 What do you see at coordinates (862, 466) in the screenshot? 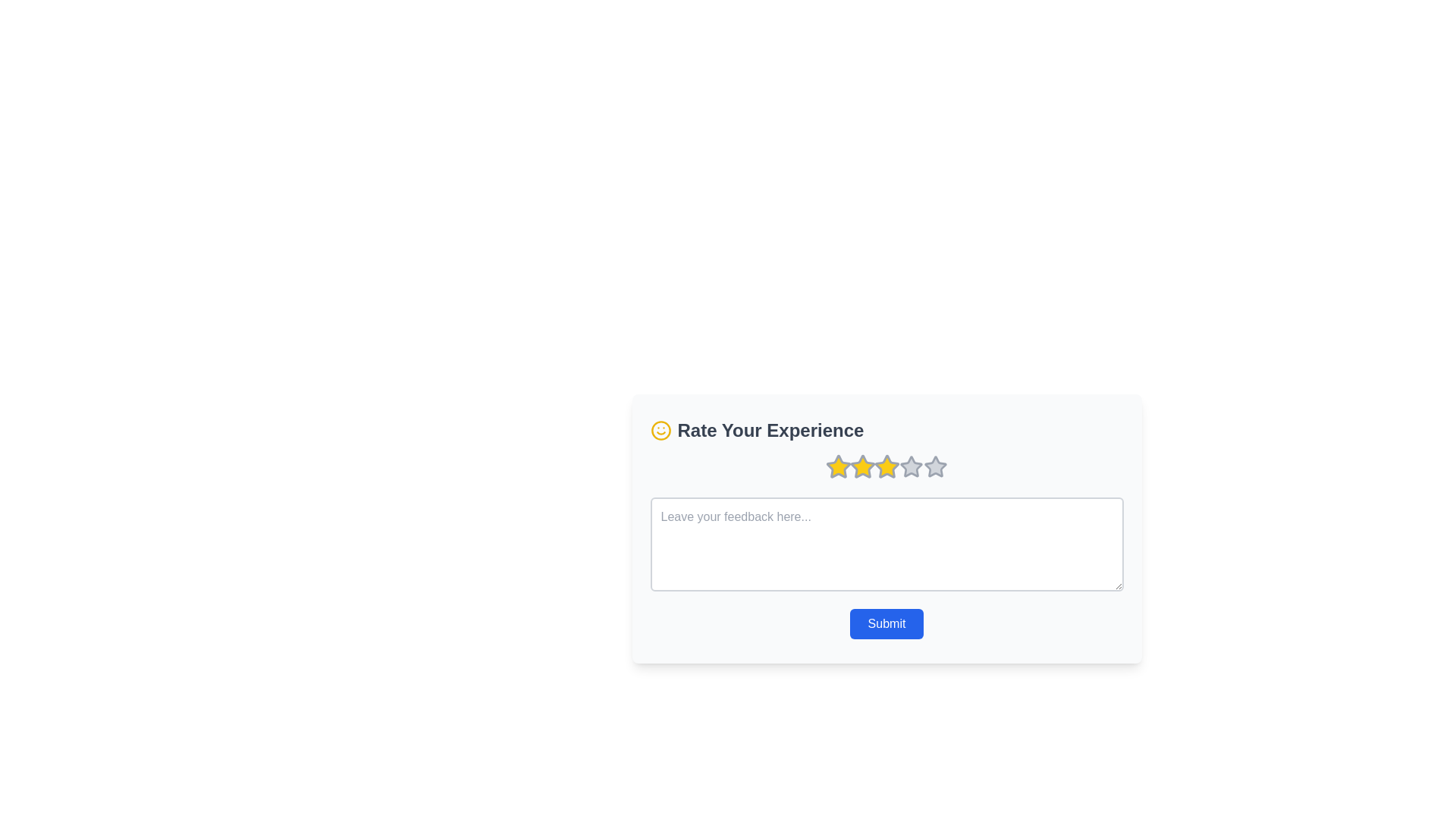
I see `the second star from the left in the rating control, which is located below the 'Rate Your Experience' heading` at bounding box center [862, 466].